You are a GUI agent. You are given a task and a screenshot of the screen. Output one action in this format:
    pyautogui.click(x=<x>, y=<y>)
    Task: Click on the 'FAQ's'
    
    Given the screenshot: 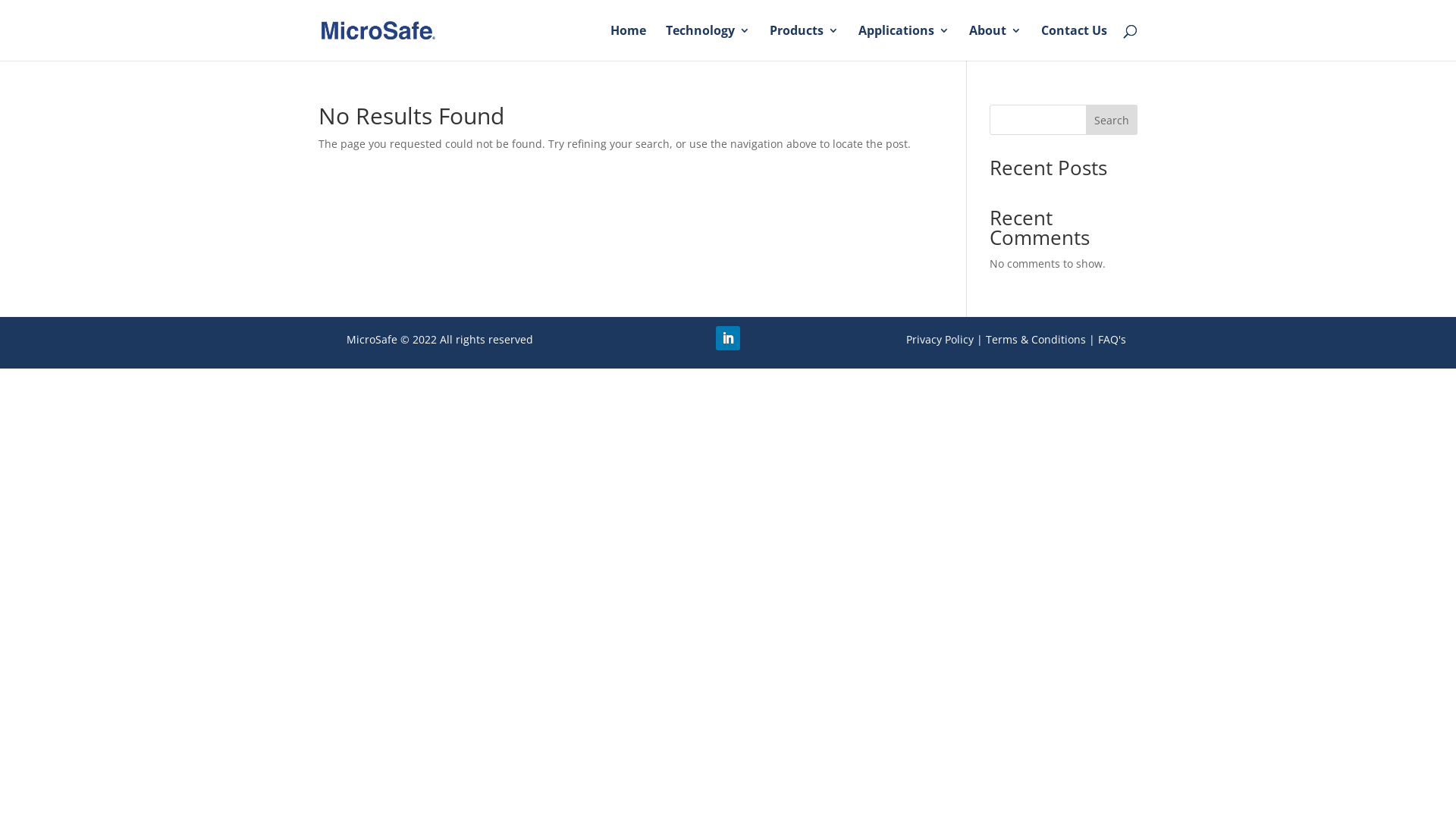 What is the action you would take?
    pyautogui.click(x=1112, y=338)
    